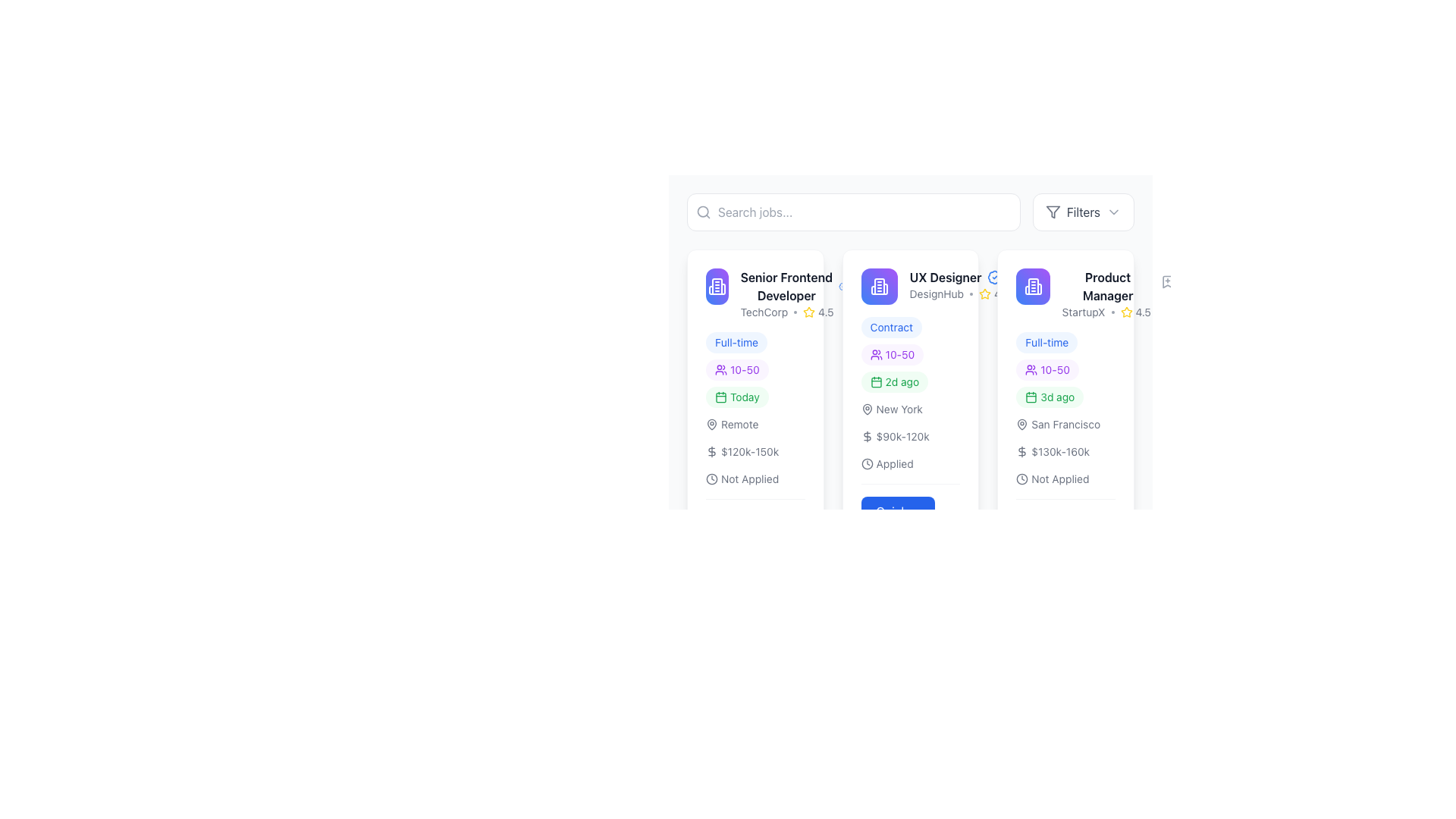 Image resolution: width=1456 pixels, height=819 pixels. I want to click on the static text element that serves as the header information for the job card, which includes the role, company name, and rating, located centrally in the middle card of a horizontal list of job postings, so click(959, 284).